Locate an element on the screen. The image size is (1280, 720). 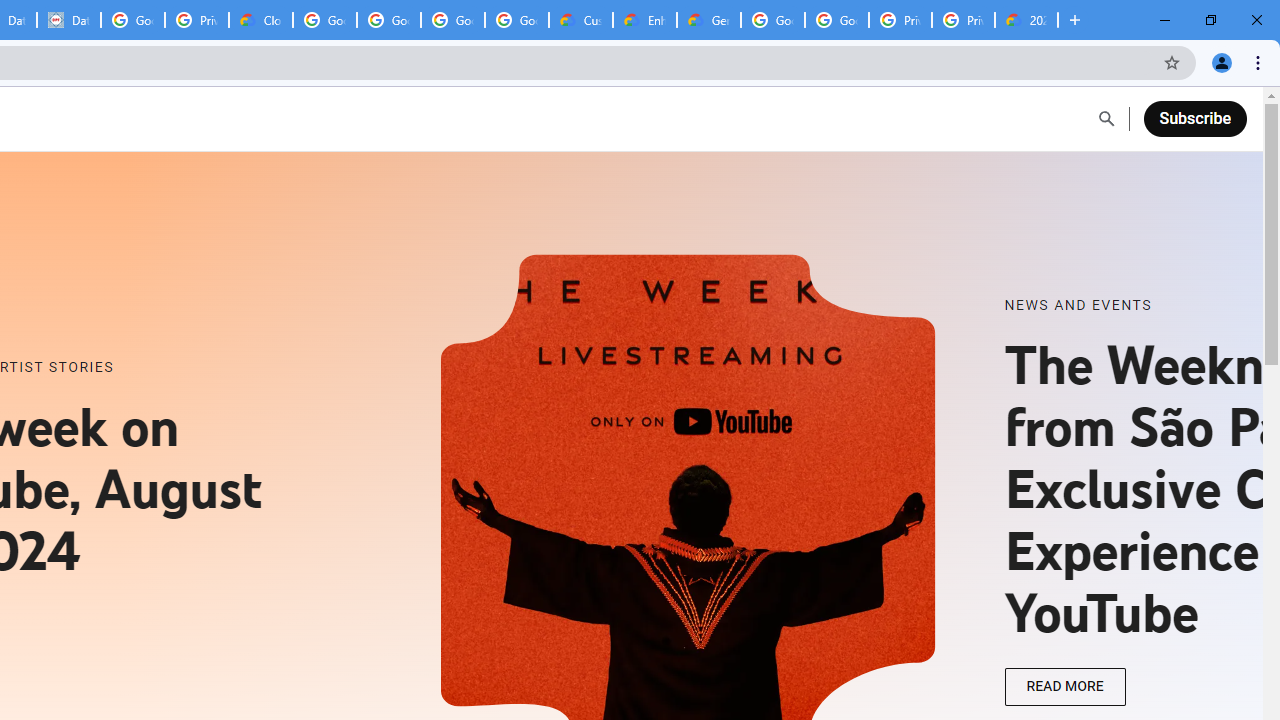
'Cloud Data Processing Addendum | Google Cloud' is located at coordinates (260, 20).